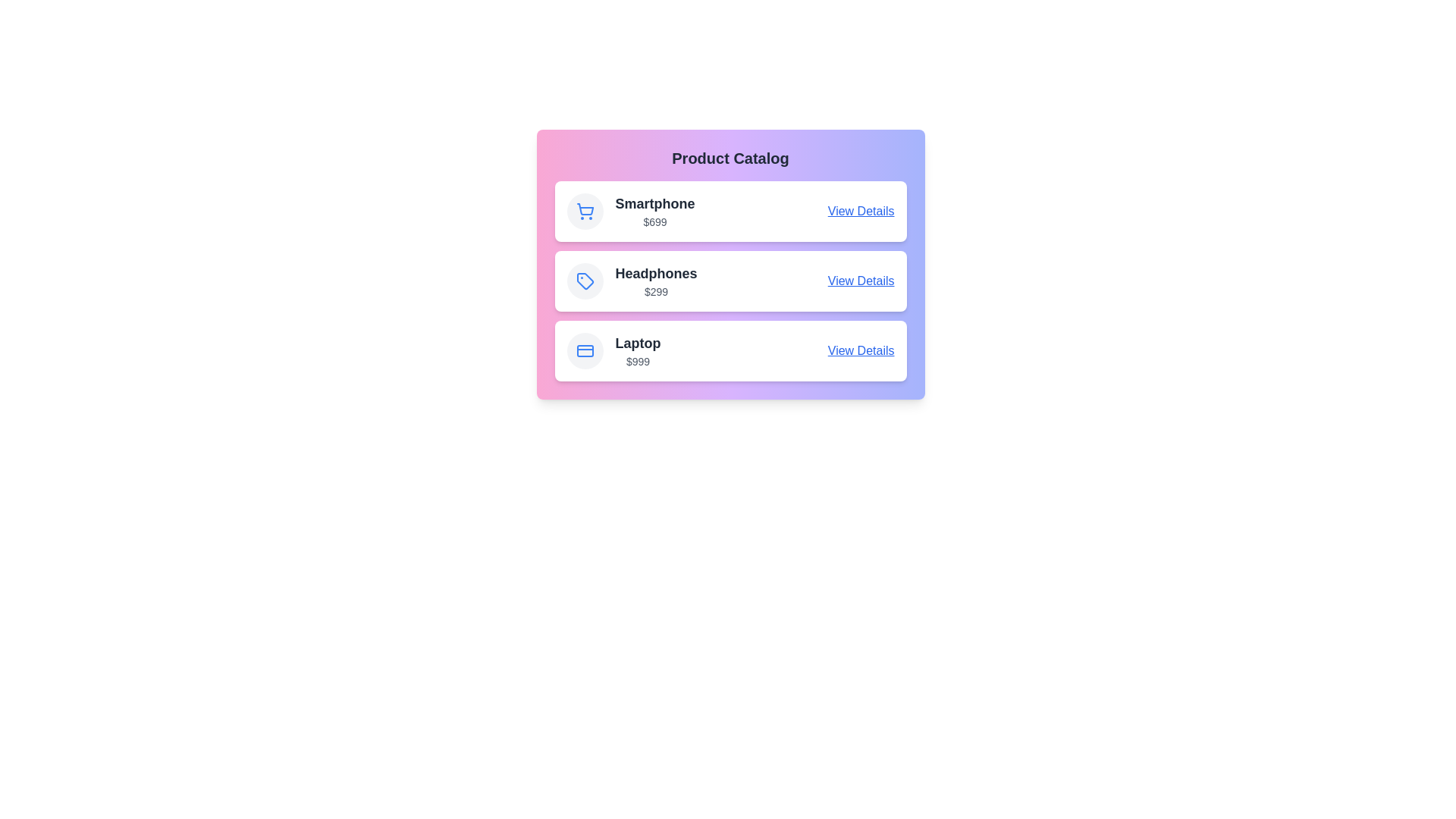  I want to click on the product item Laptop to observe its hover effect, so click(730, 350).